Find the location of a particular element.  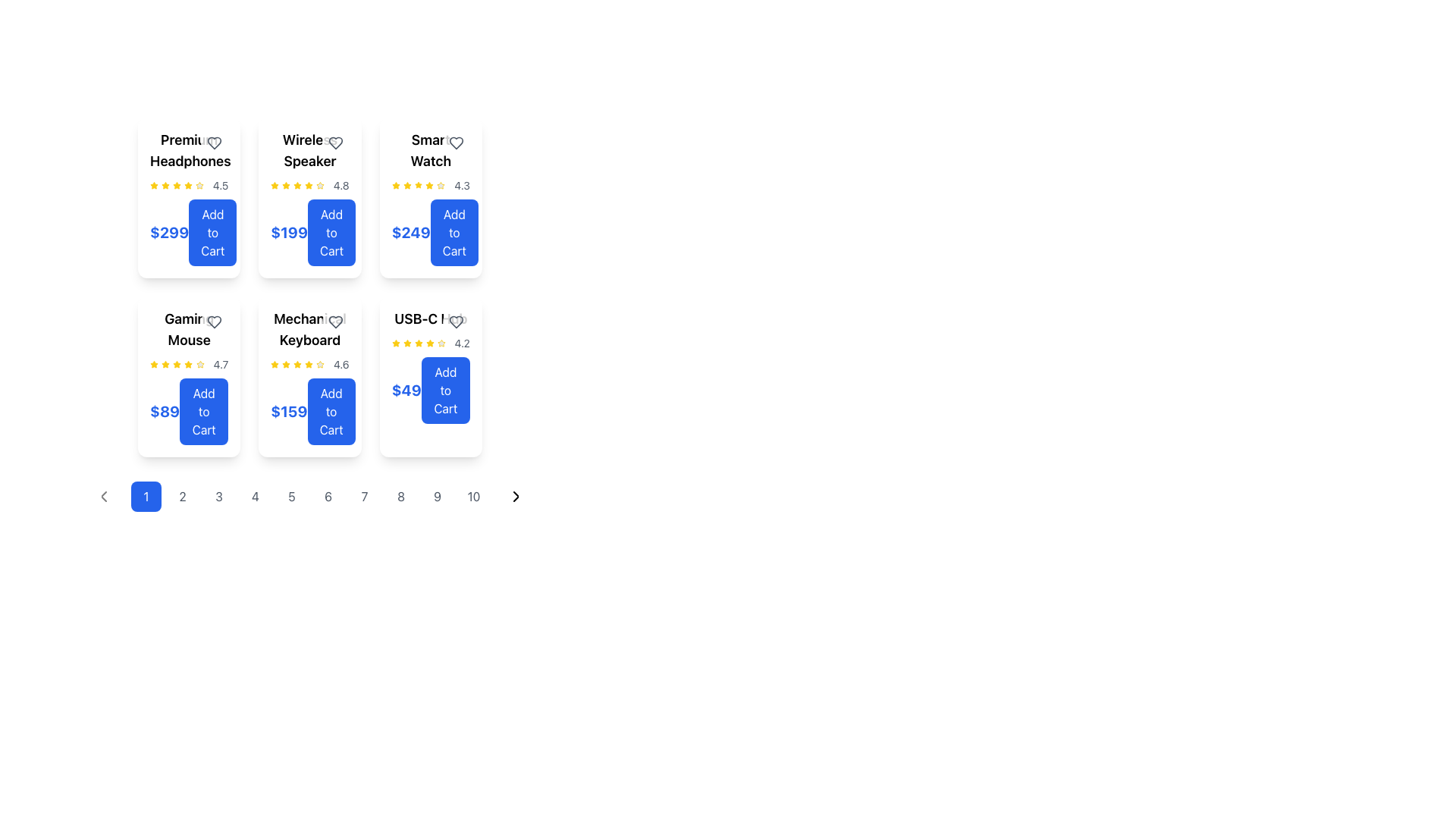

the sixth yellow star icon representing the product rating in the 'USB-C Hub' product card, located in the second row and third column is located at coordinates (429, 343).